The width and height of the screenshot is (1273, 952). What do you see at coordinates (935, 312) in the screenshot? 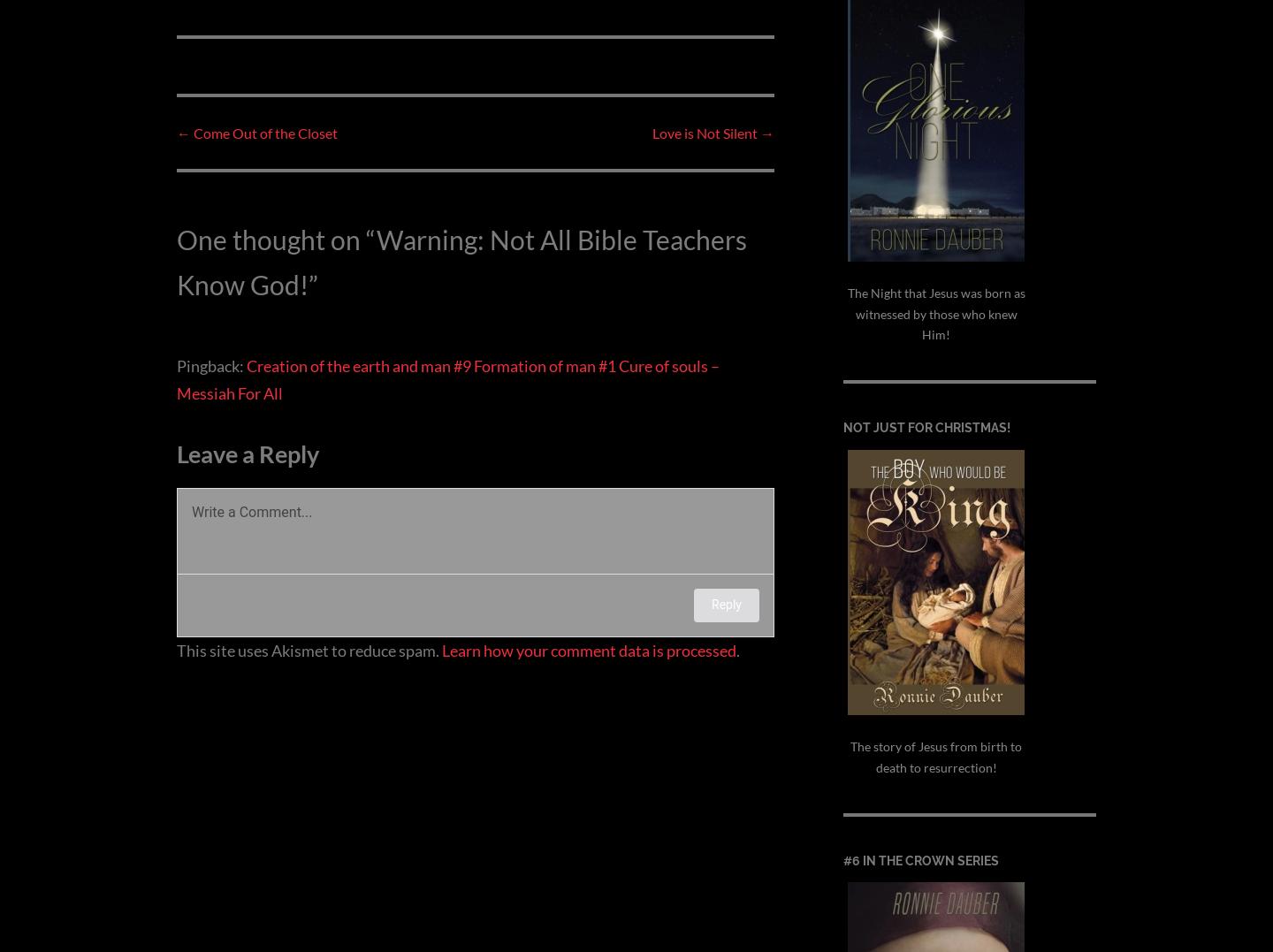
I see `'The Night that Jesus was born as witnessed by those who knew Him!'` at bounding box center [935, 312].